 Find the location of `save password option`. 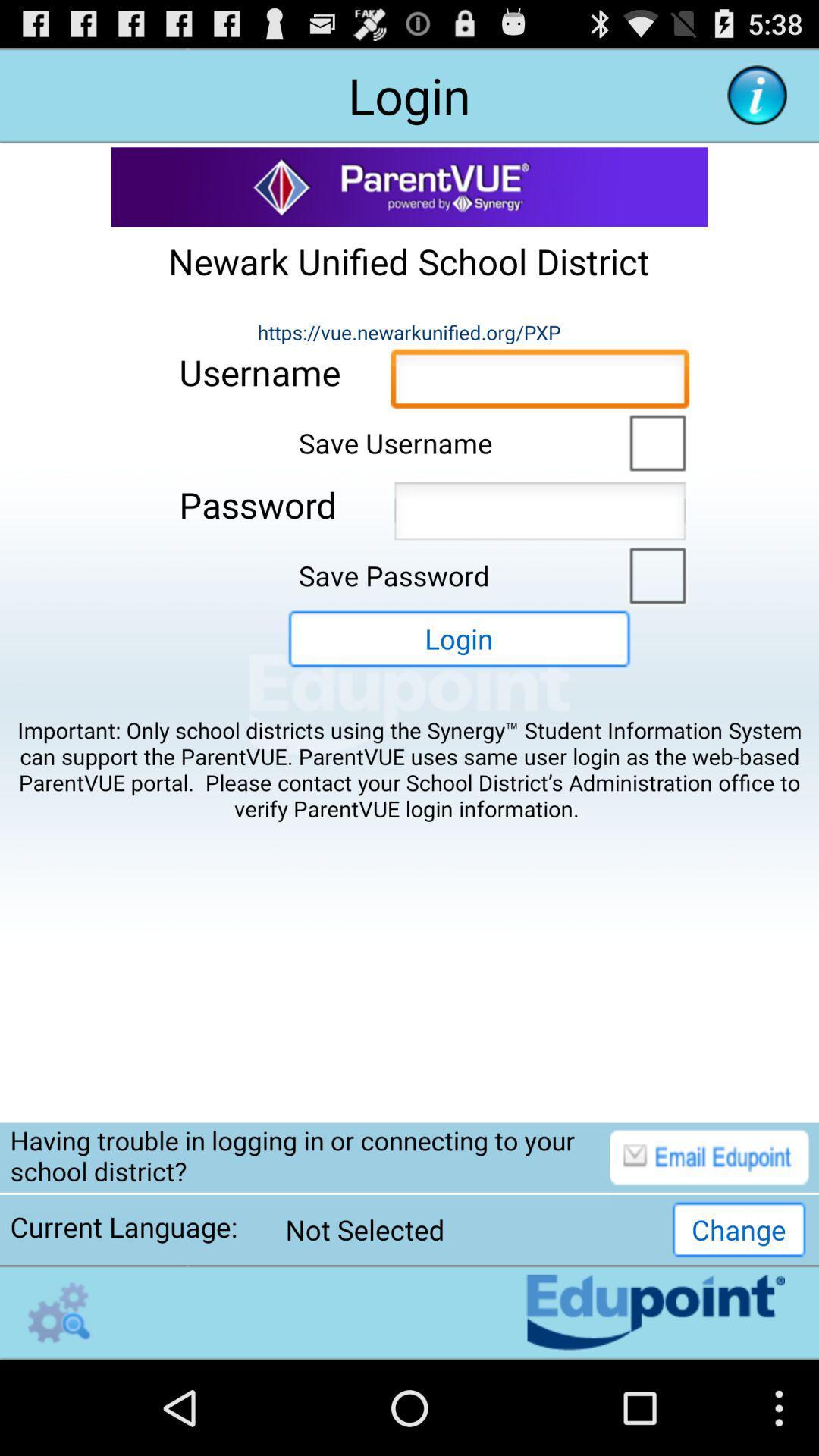

save password option is located at coordinates (653, 573).